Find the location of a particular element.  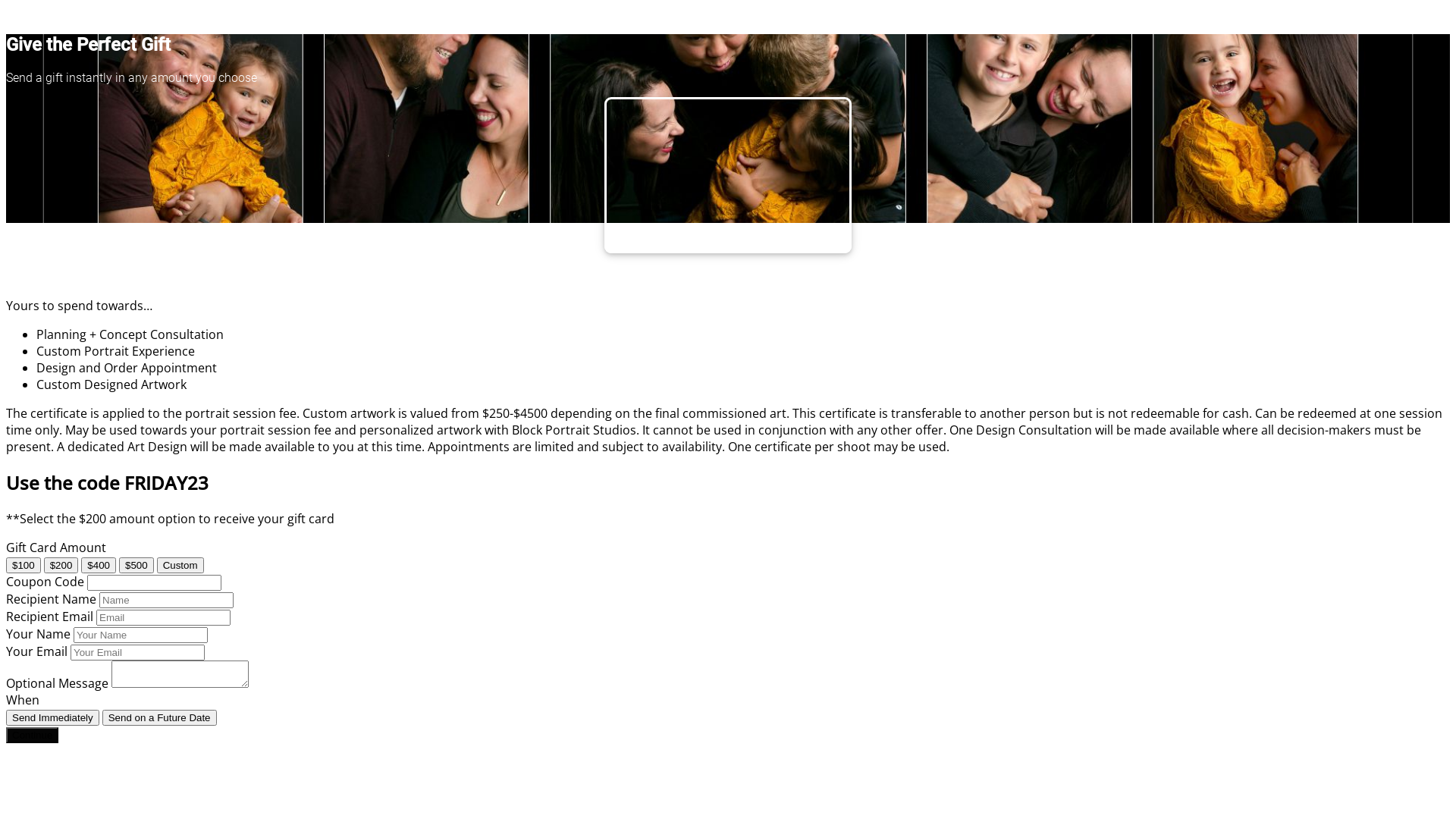

'Continue' is located at coordinates (32, 734).